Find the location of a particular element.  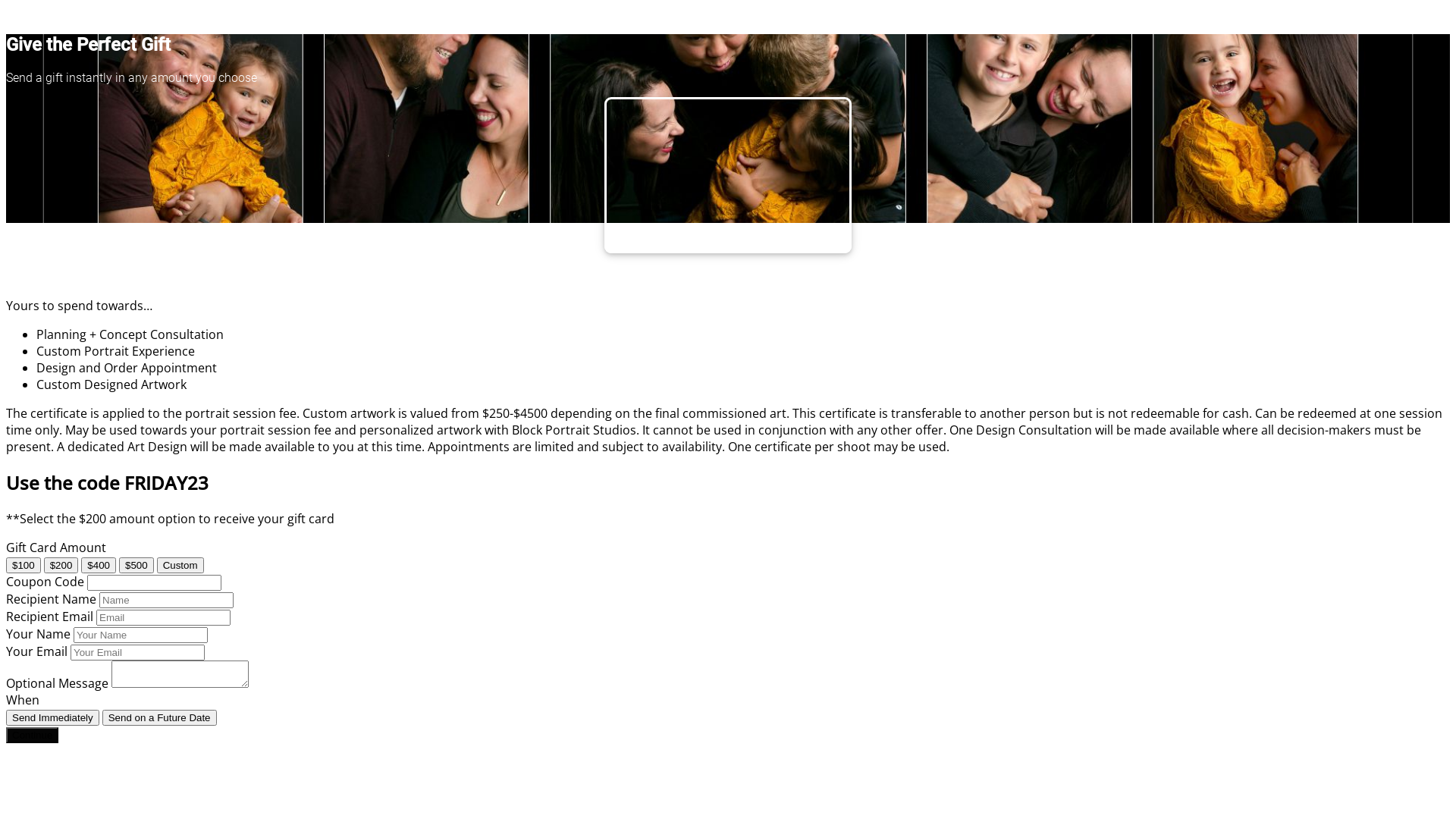

'Continue' is located at coordinates (32, 734).